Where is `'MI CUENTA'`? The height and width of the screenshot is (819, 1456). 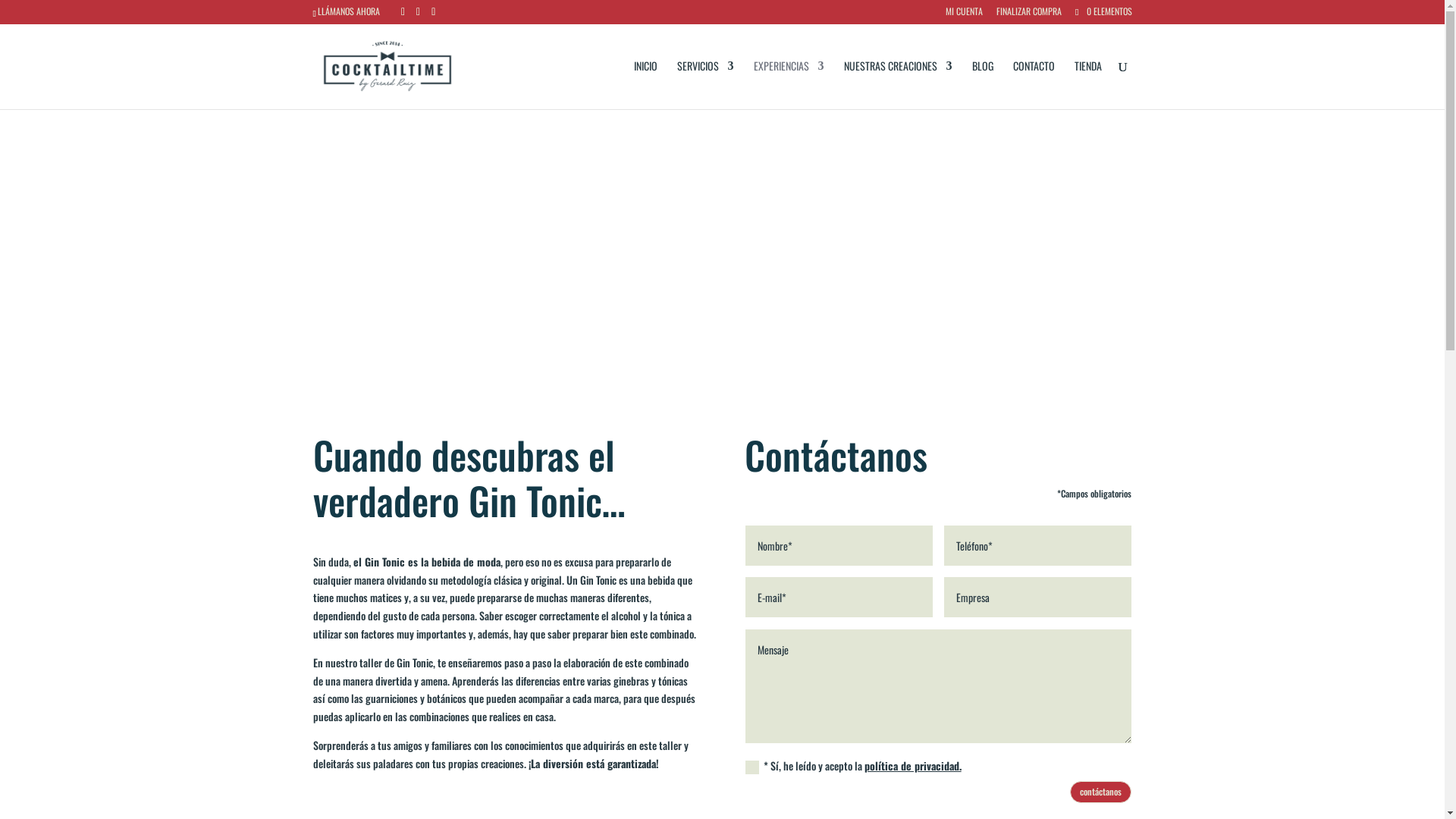
'MI CUENTA' is located at coordinates (963, 14).